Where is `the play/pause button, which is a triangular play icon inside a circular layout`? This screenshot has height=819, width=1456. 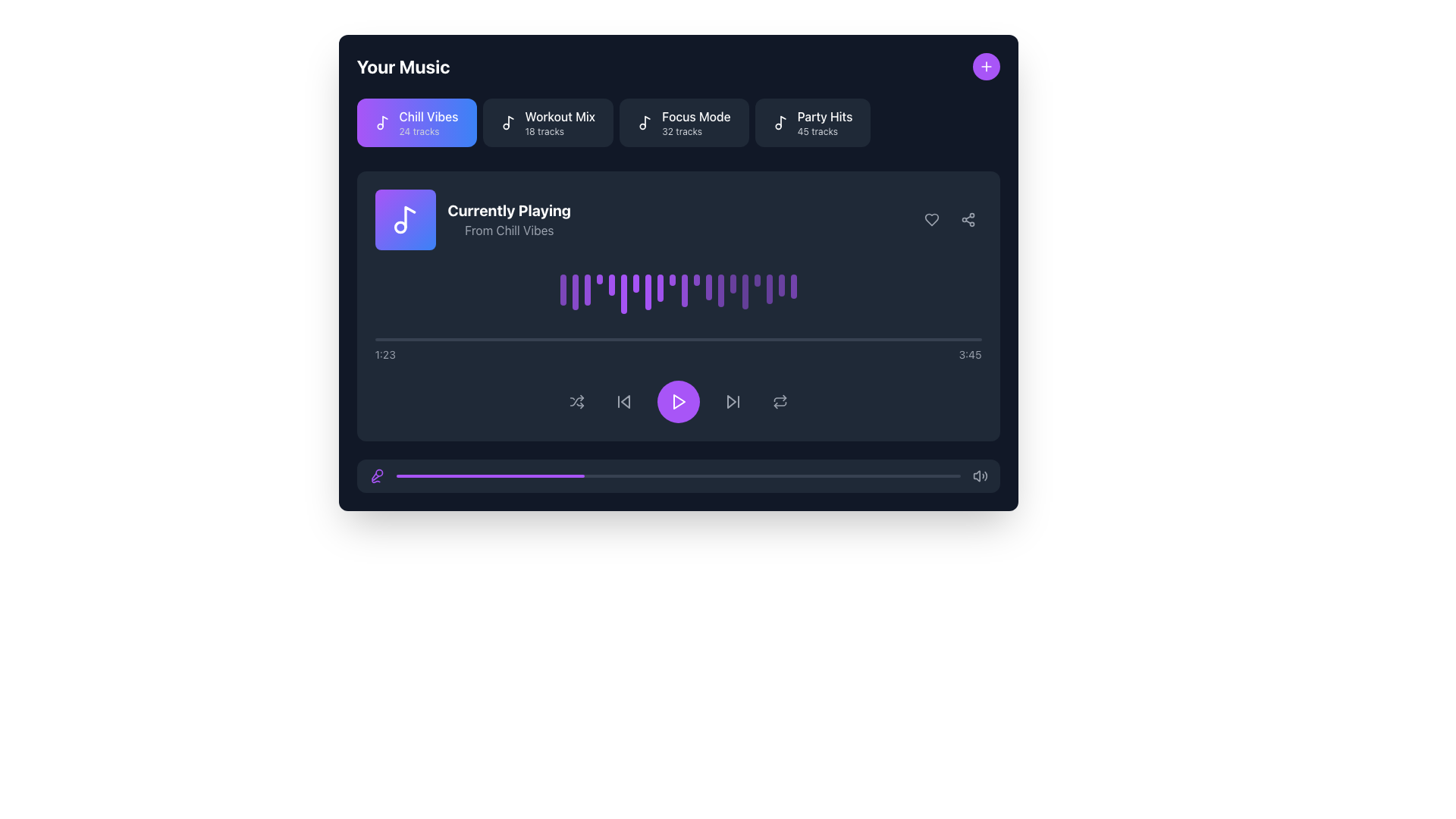 the play/pause button, which is a triangular play icon inside a circular layout is located at coordinates (678, 401).